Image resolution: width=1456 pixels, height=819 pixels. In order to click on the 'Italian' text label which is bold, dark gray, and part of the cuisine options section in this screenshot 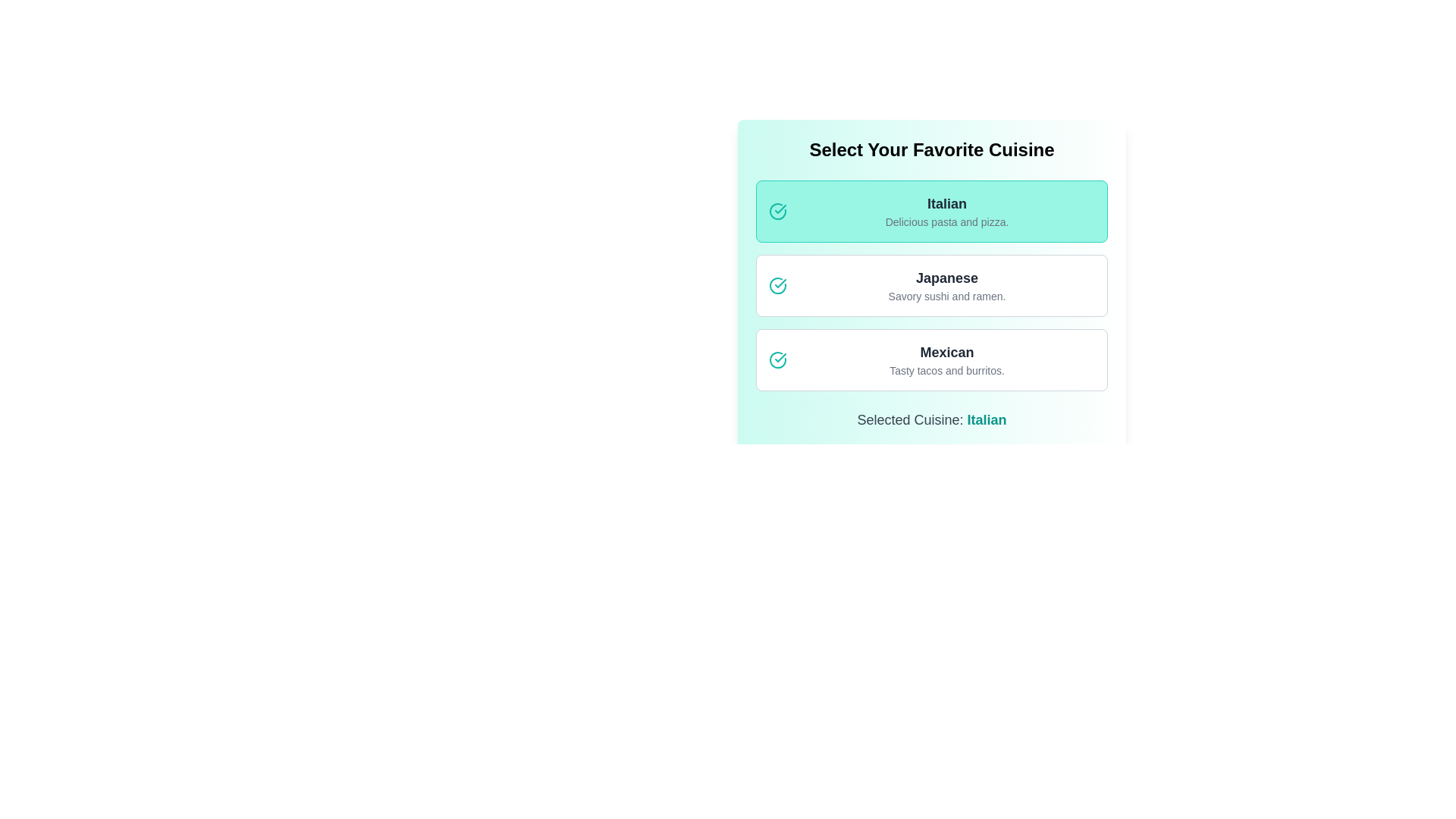, I will do `click(946, 203)`.